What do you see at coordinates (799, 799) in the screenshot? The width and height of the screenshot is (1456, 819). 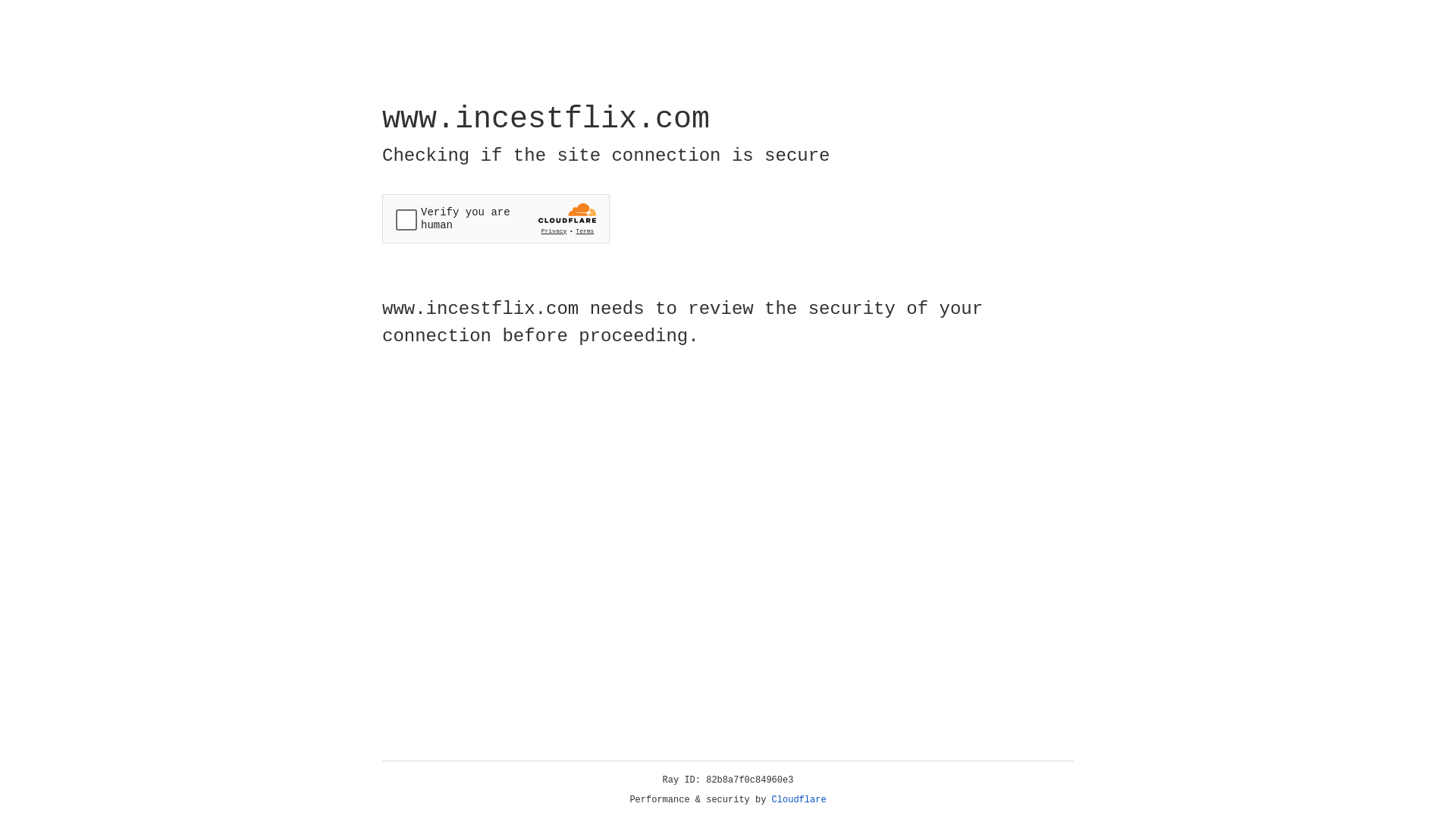 I see `'Cloudflare'` at bounding box center [799, 799].